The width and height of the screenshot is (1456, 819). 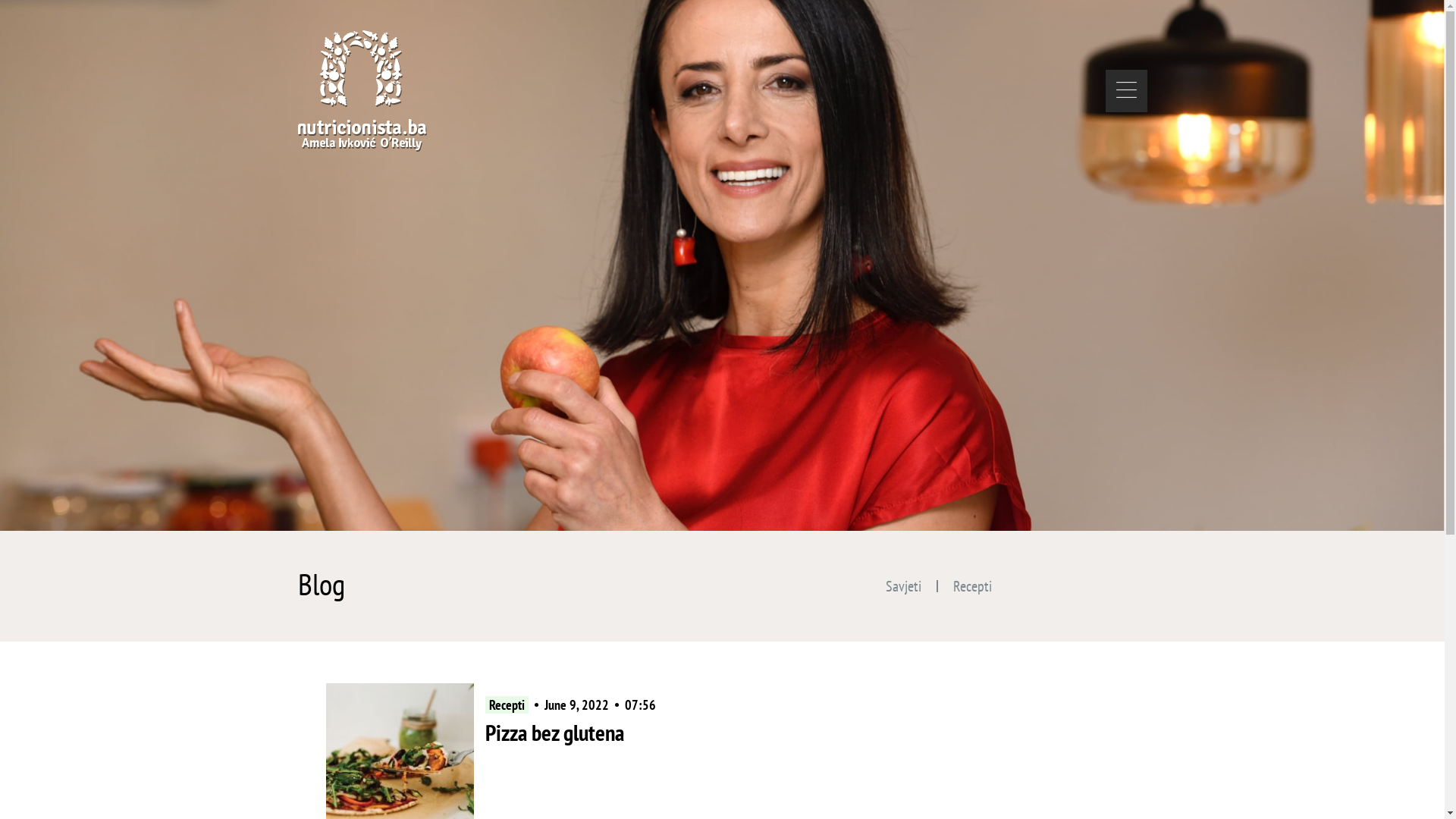 What do you see at coordinates (971, 585) in the screenshot?
I see `'Recepti'` at bounding box center [971, 585].